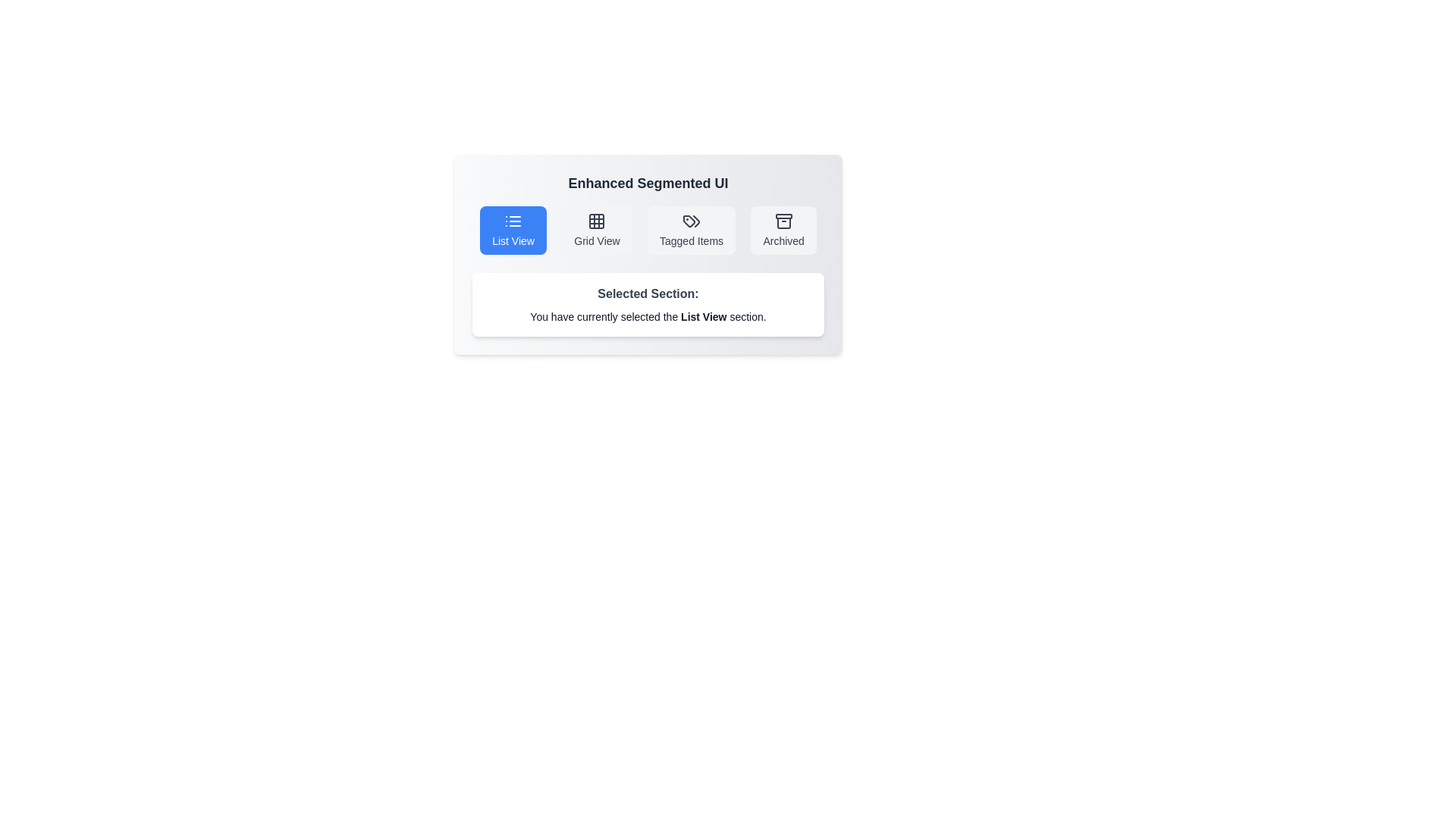  Describe the element at coordinates (703, 315) in the screenshot. I see `the text label that confirms the currently selected view or mode, located in the lower center of the interface beneath the segmented selection buttons` at that location.